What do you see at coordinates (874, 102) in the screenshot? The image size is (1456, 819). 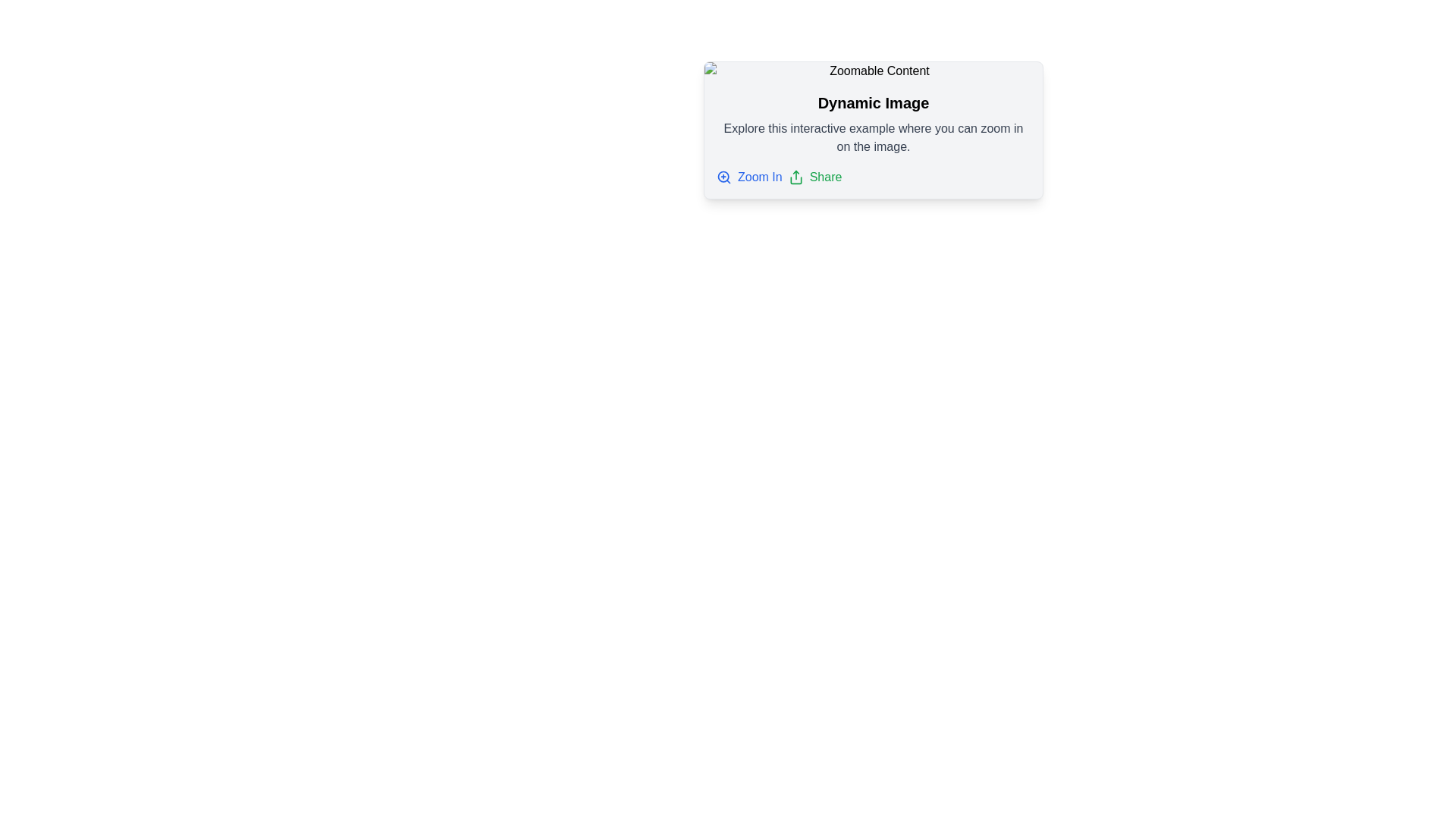 I see `the bold text component displaying 'Dynamic Image', which is prominently positioned above the descriptive text and interactive controls` at bounding box center [874, 102].